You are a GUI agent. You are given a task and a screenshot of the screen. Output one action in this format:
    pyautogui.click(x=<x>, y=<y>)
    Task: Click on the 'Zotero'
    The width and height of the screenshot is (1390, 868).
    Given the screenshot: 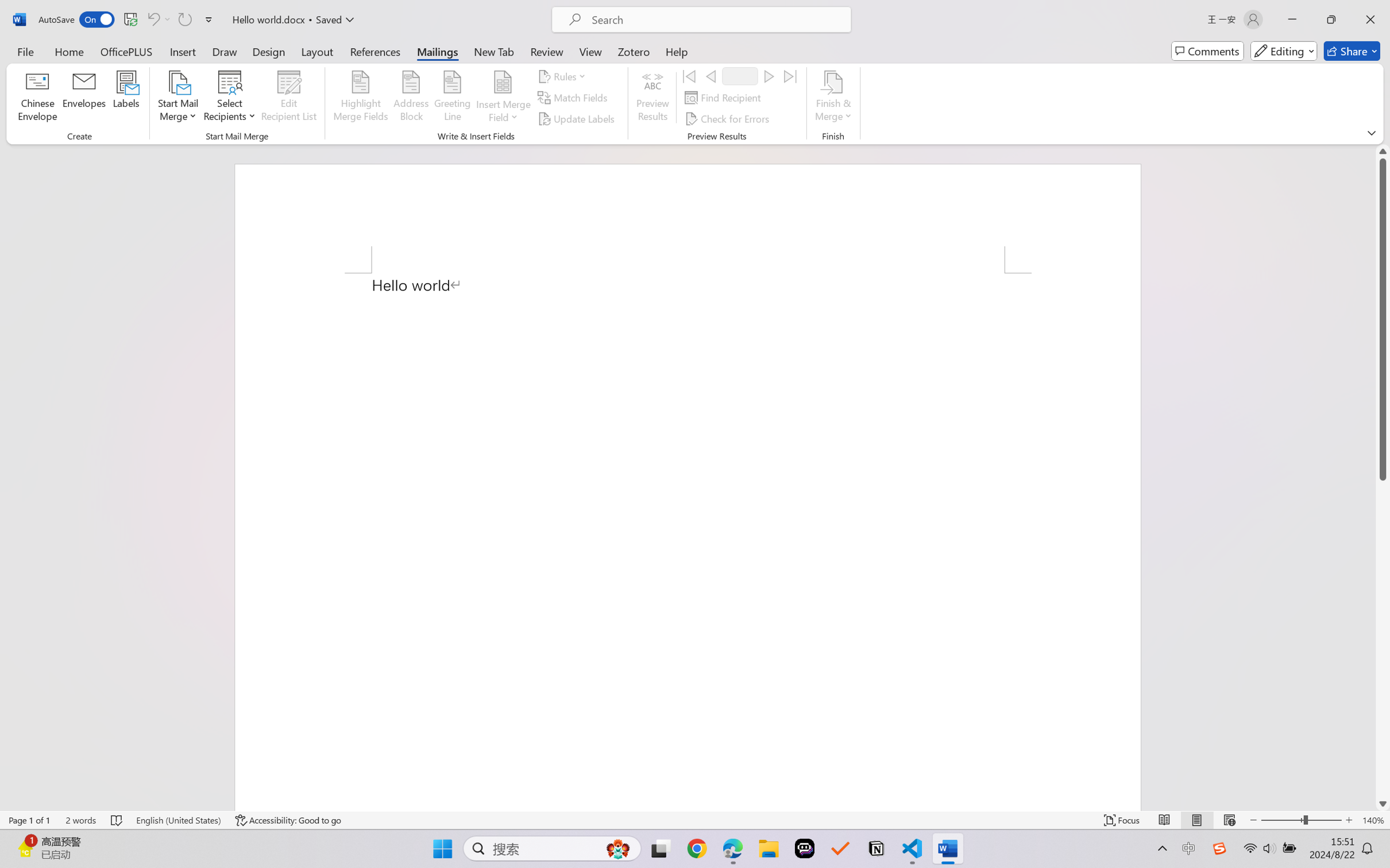 What is the action you would take?
    pyautogui.click(x=633, y=51)
    